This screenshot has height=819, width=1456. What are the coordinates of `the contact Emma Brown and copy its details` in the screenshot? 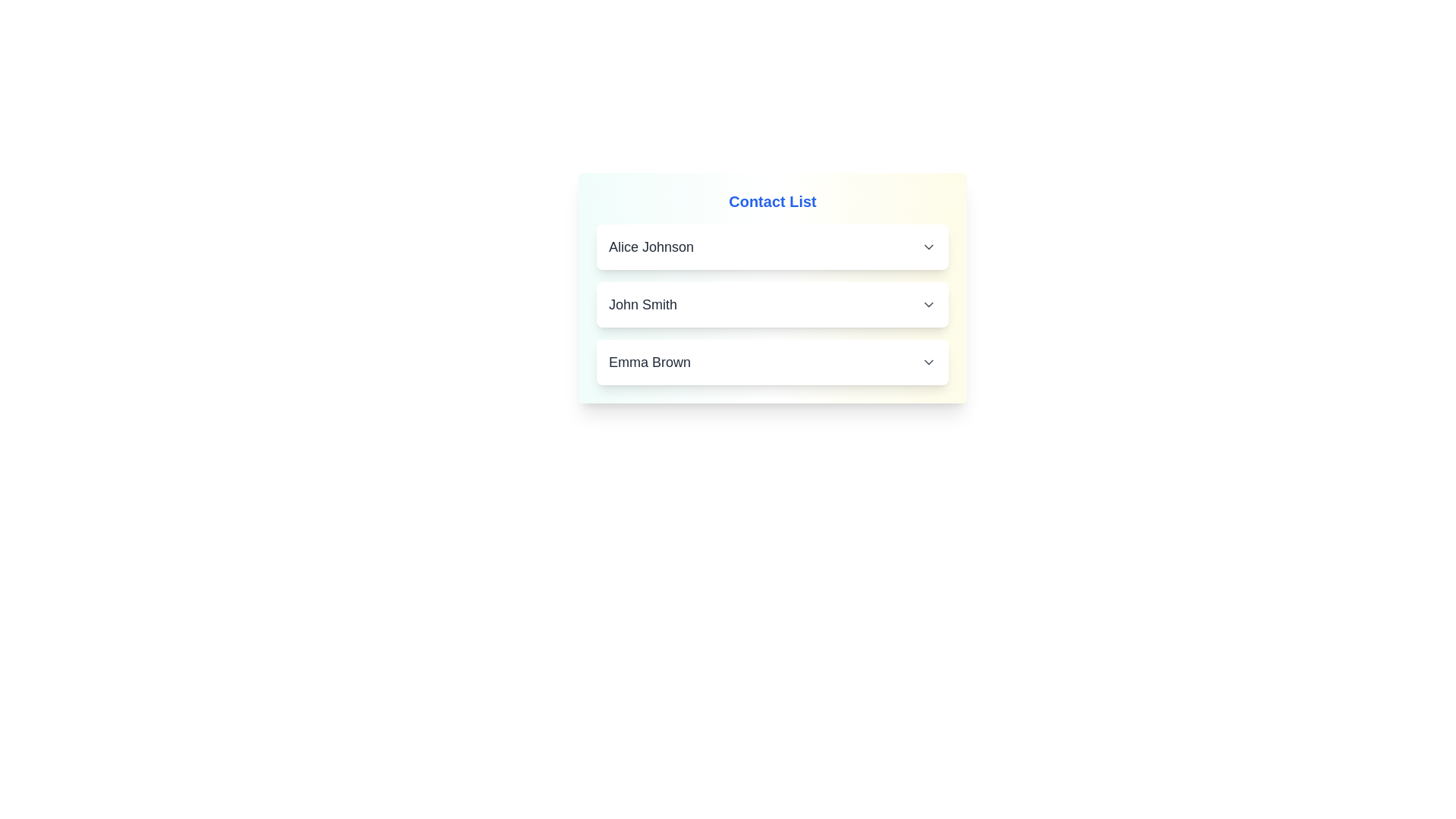 It's located at (772, 362).